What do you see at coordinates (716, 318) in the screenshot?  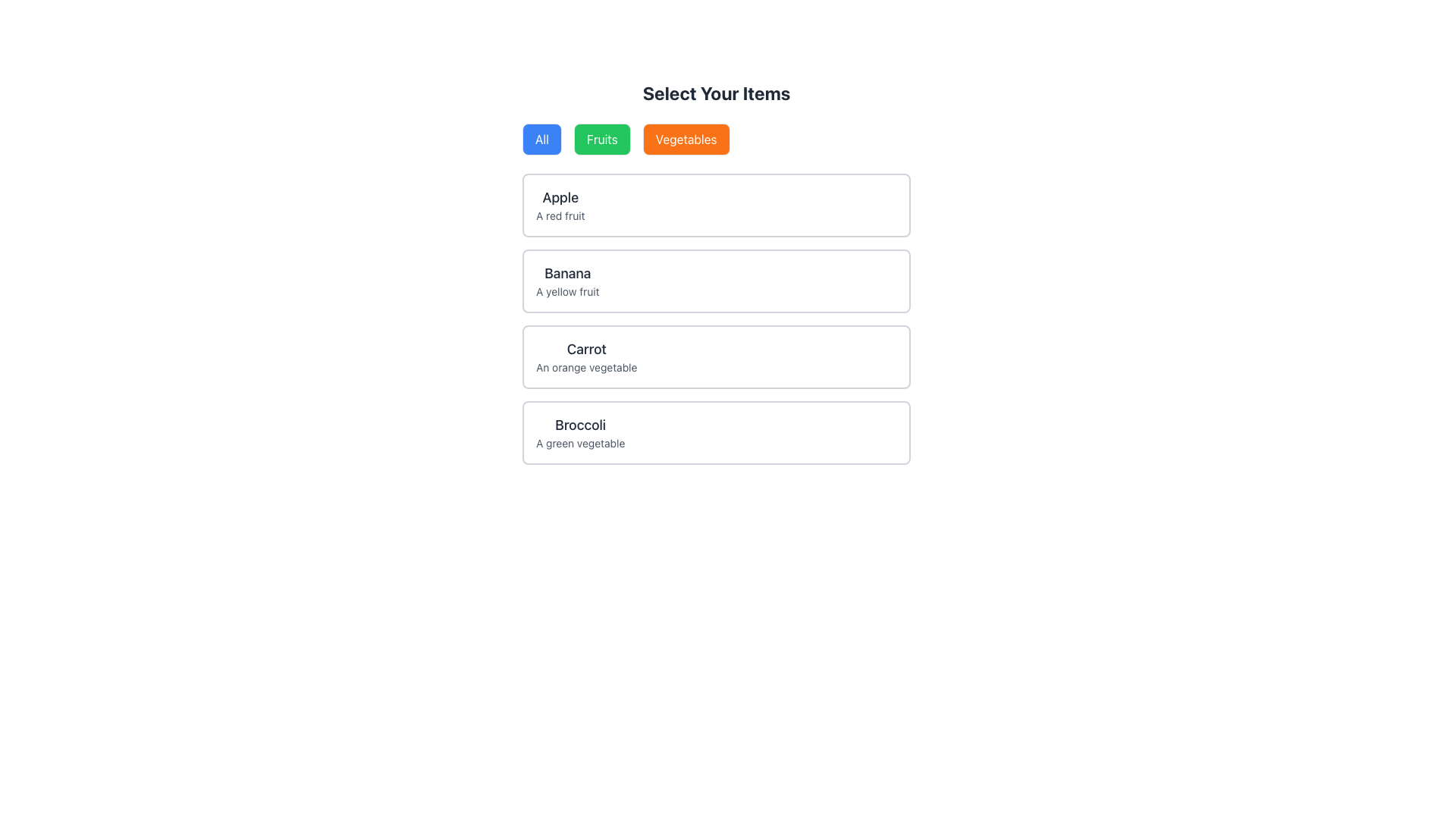 I see `the highlighted third sub-item within the Grid of Blocks, which is visually separated and contains a title in bold and a smaller description in gray` at bounding box center [716, 318].